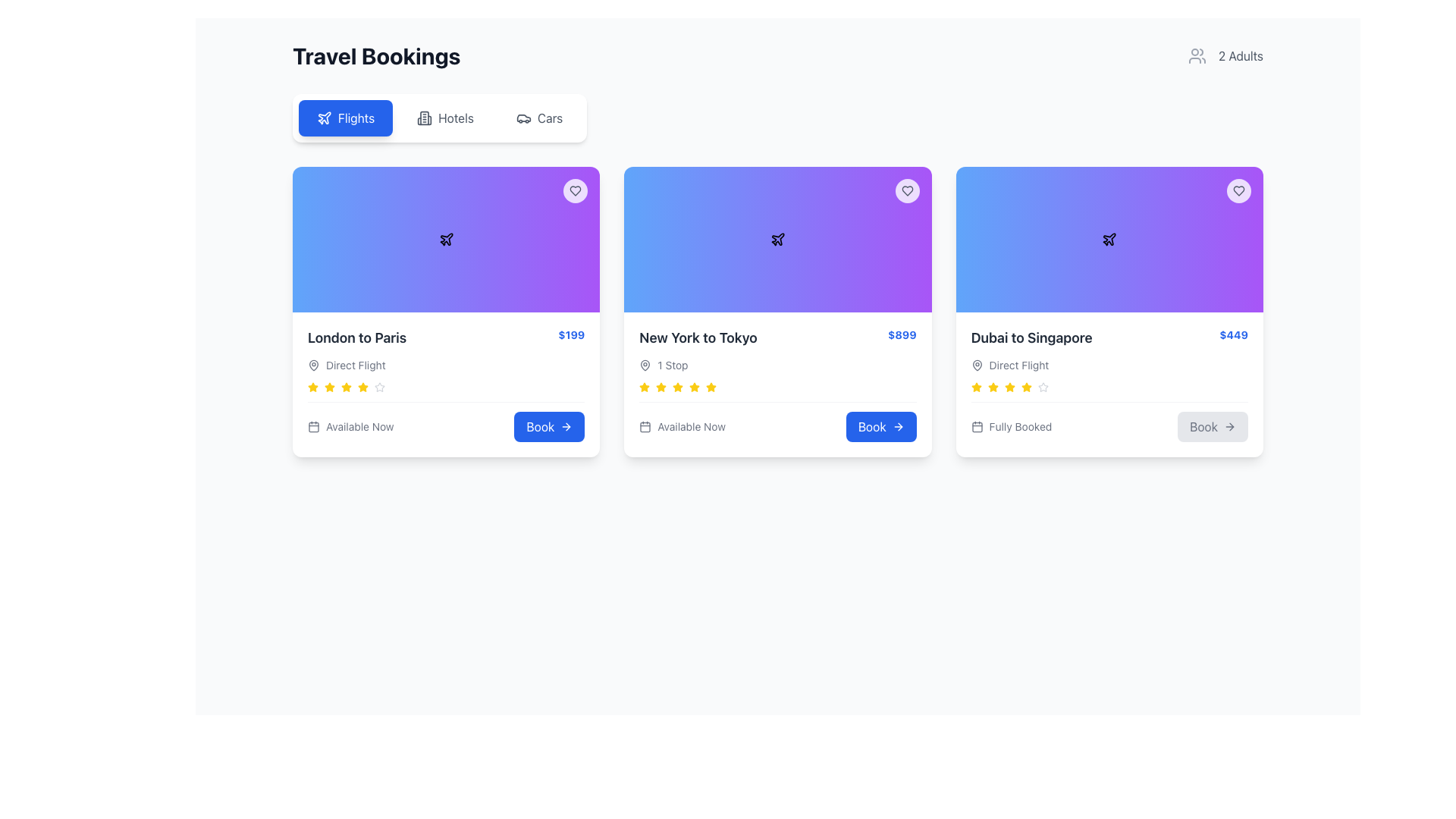 The height and width of the screenshot is (819, 1456). What do you see at coordinates (444, 117) in the screenshot?
I see `the 'Hotels' button, which features a building icon and gray text` at bounding box center [444, 117].